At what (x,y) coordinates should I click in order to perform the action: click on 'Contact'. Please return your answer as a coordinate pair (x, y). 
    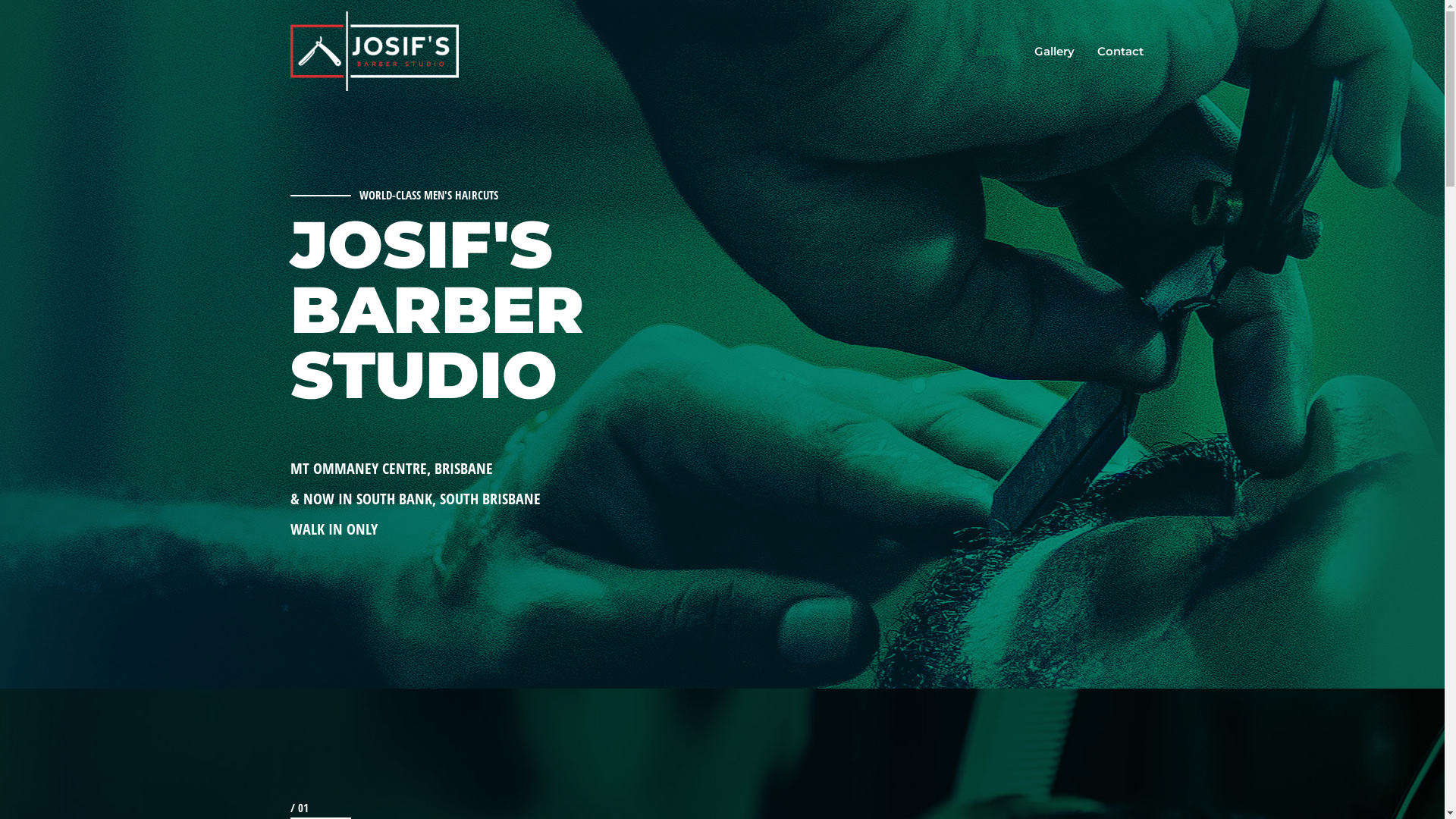
    Looking at the image, I should click on (1120, 51).